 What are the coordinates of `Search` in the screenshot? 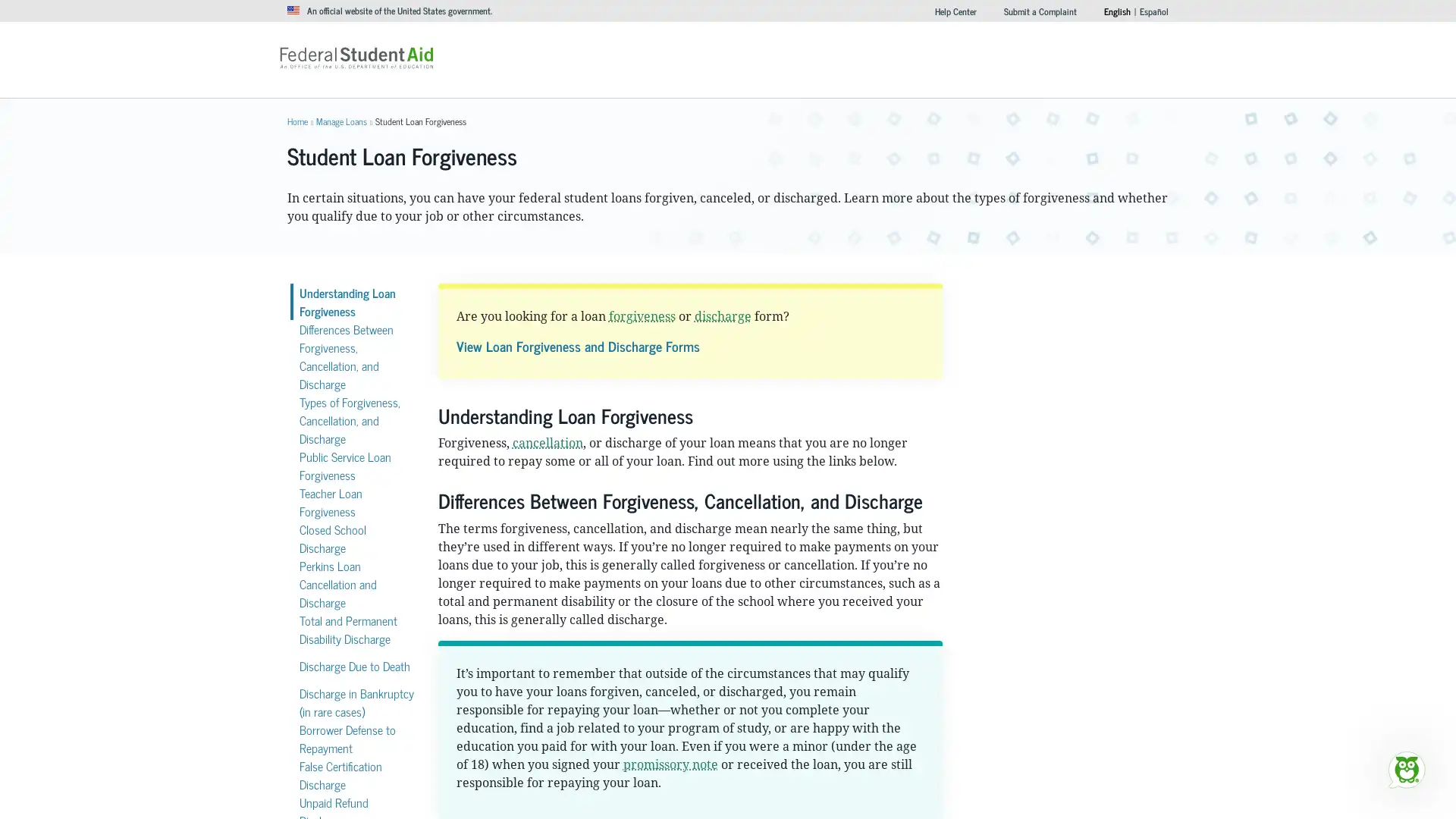 It's located at (952, 52).